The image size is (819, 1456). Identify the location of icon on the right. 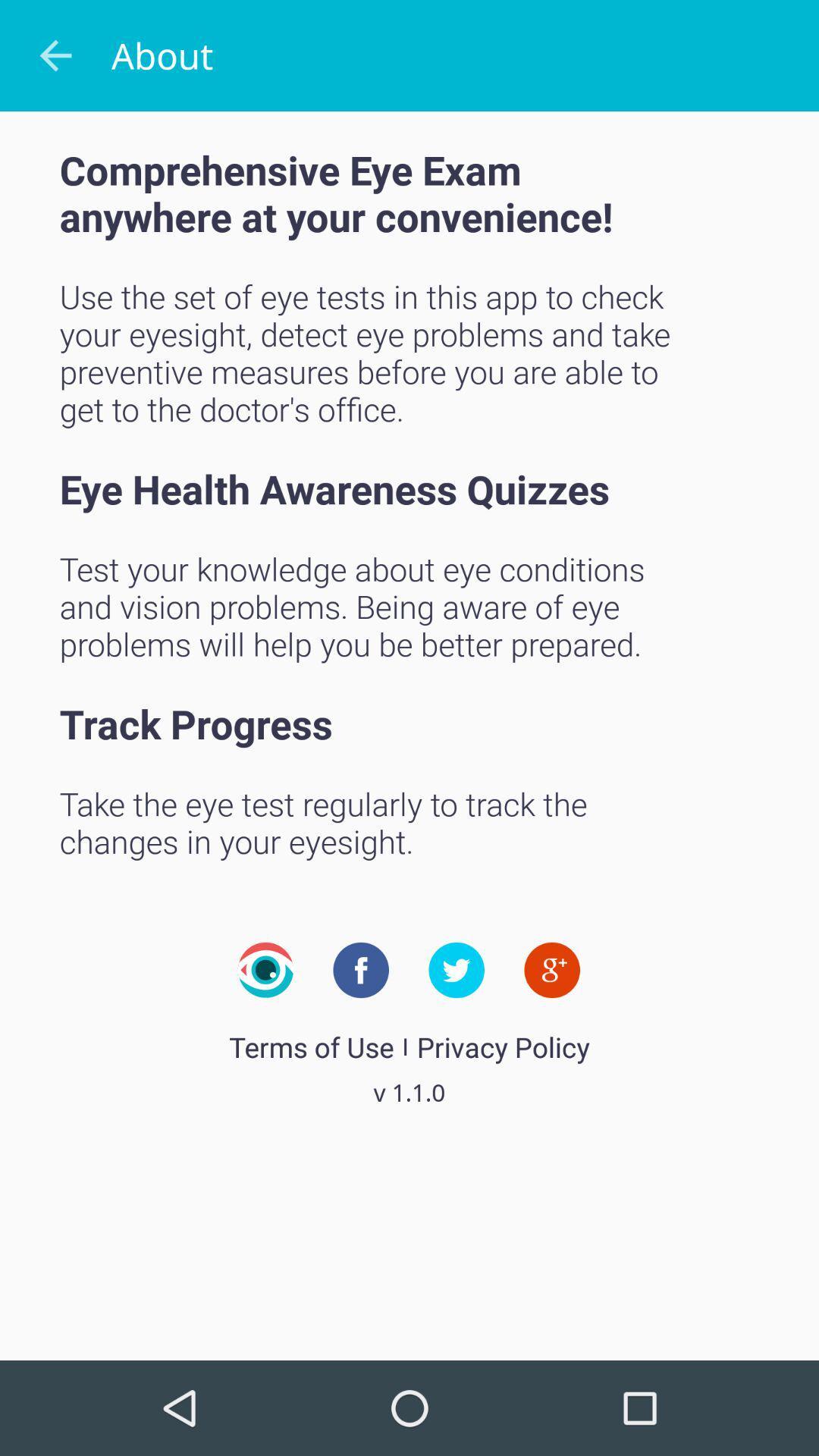
(552, 969).